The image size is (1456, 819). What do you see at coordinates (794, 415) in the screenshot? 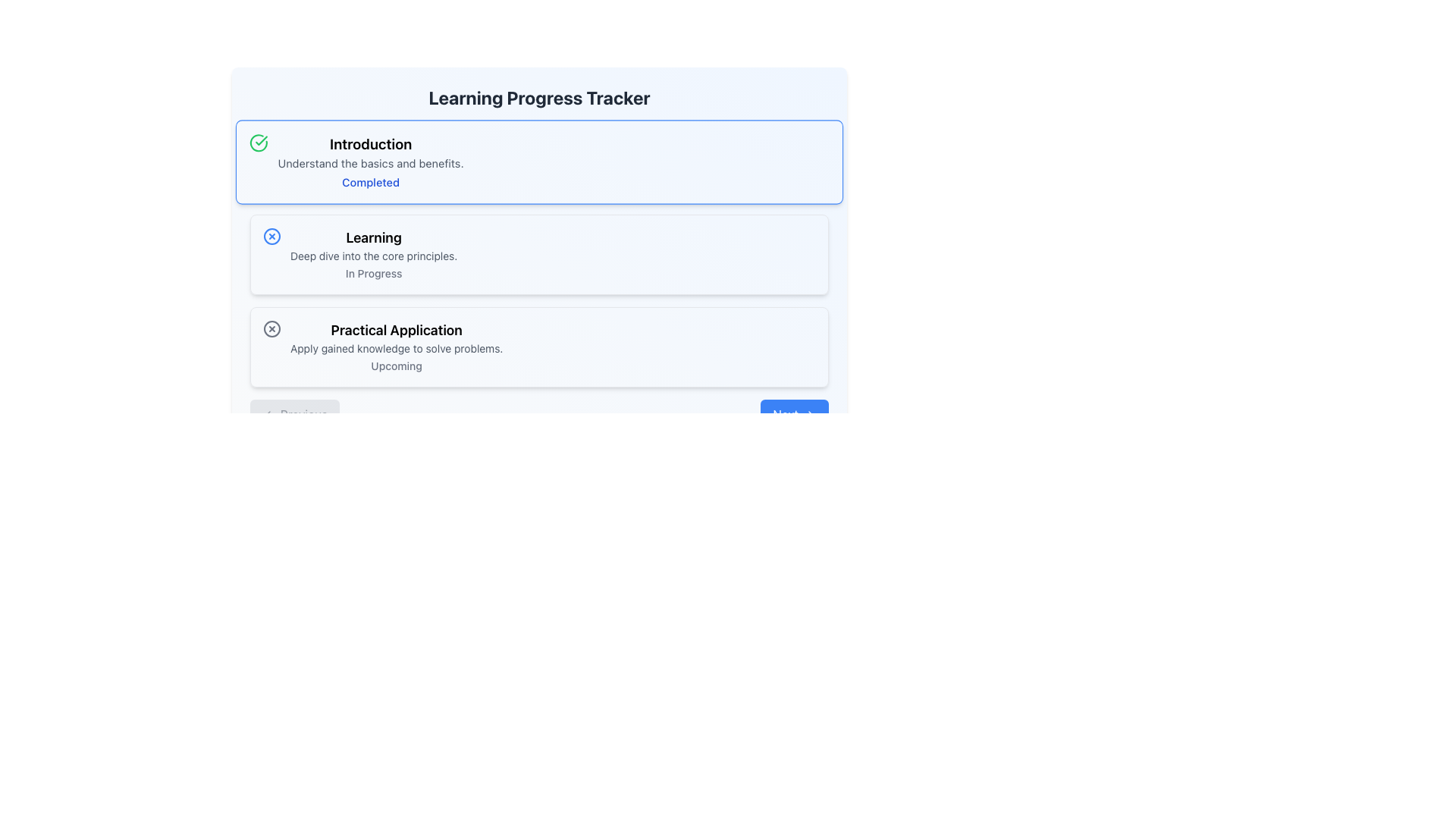
I see `the rectangular blue button labeled 'Next' with white text and a rightward chevron icon` at bounding box center [794, 415].